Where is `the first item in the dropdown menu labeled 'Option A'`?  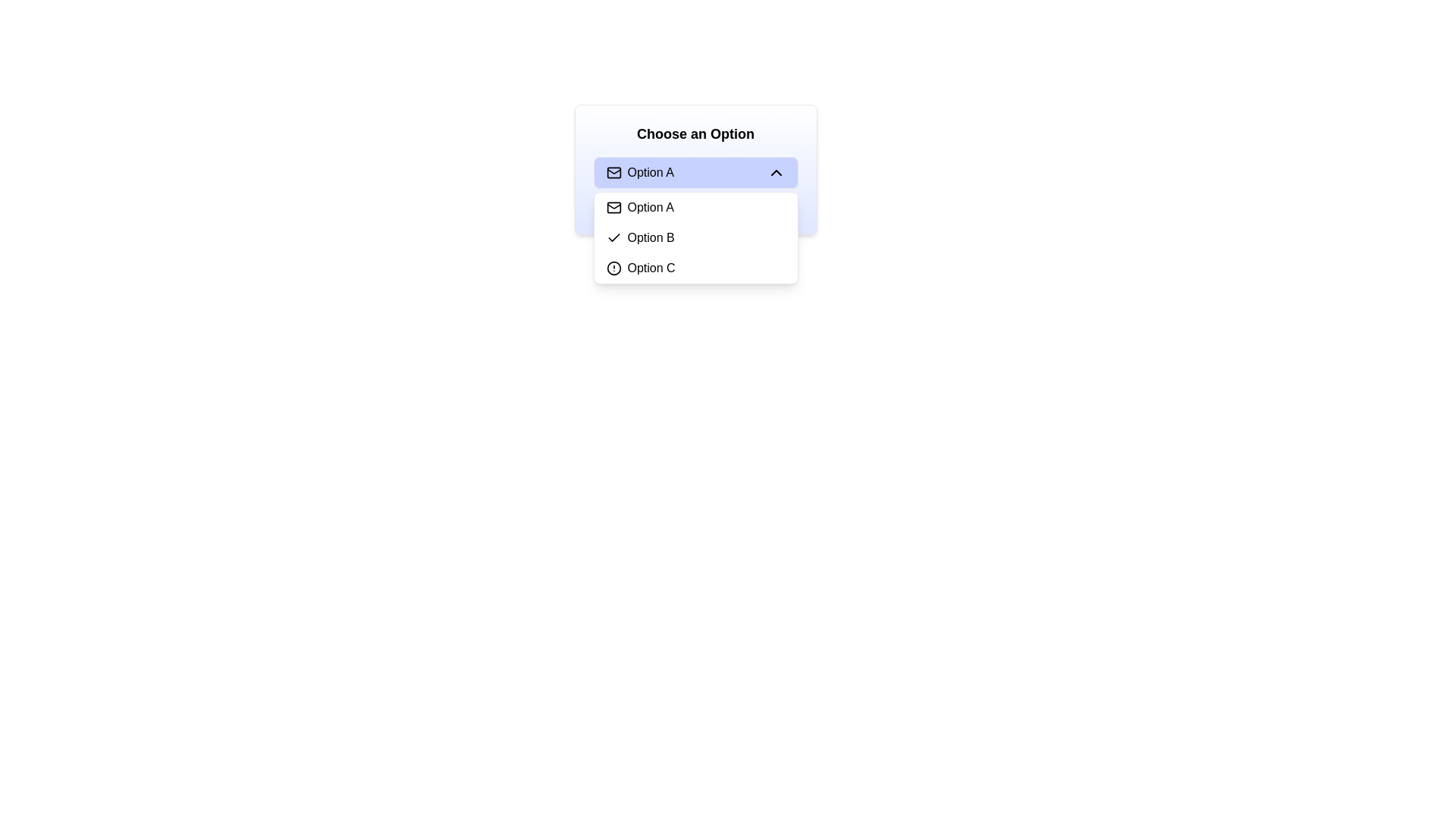 the first item in the dropdown menu labeled 'Option A' is located at coordinates (695, 207).